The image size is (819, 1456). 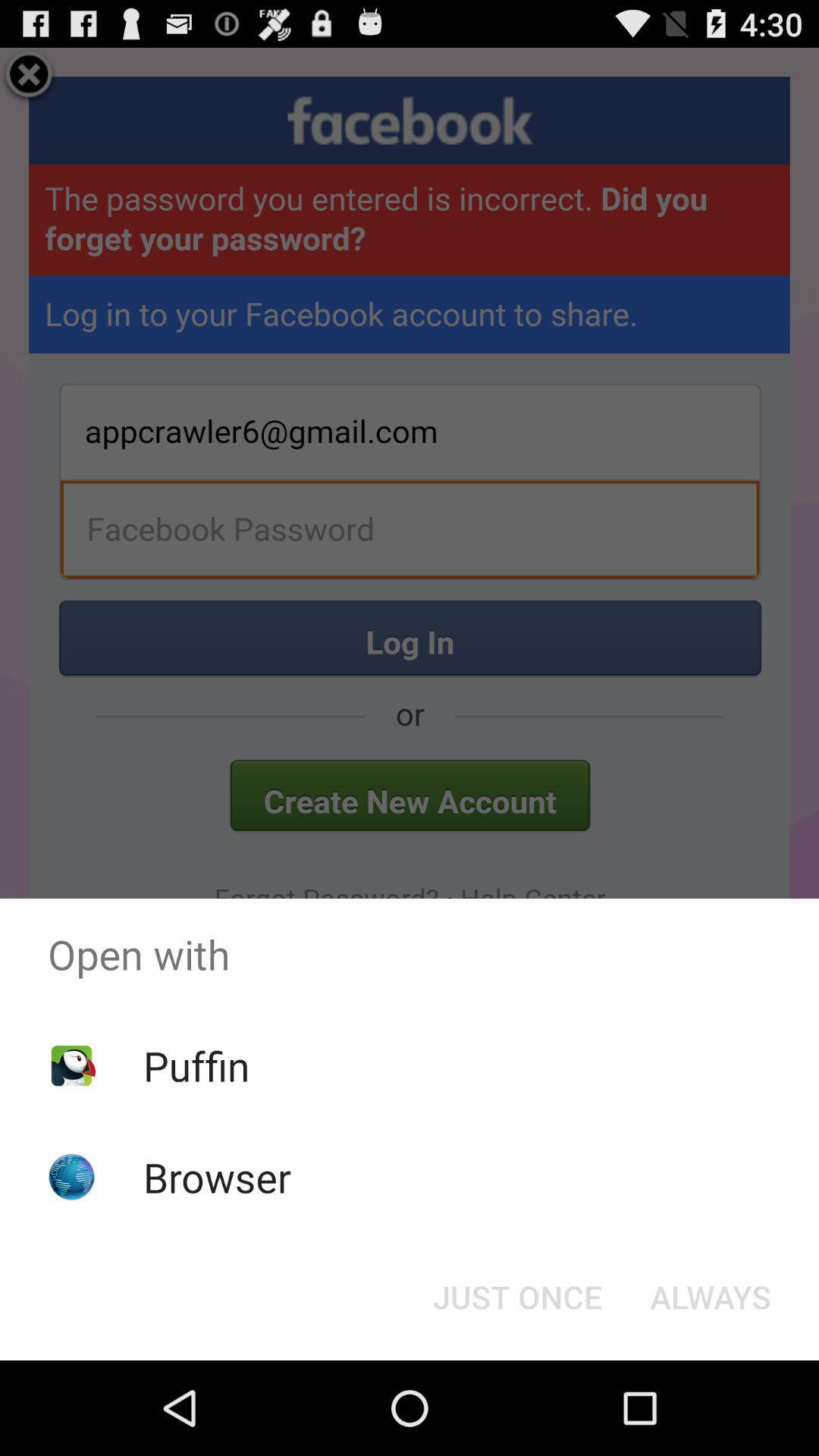 I want to click on the just once at the bottom, so click(x=516, y=1295).